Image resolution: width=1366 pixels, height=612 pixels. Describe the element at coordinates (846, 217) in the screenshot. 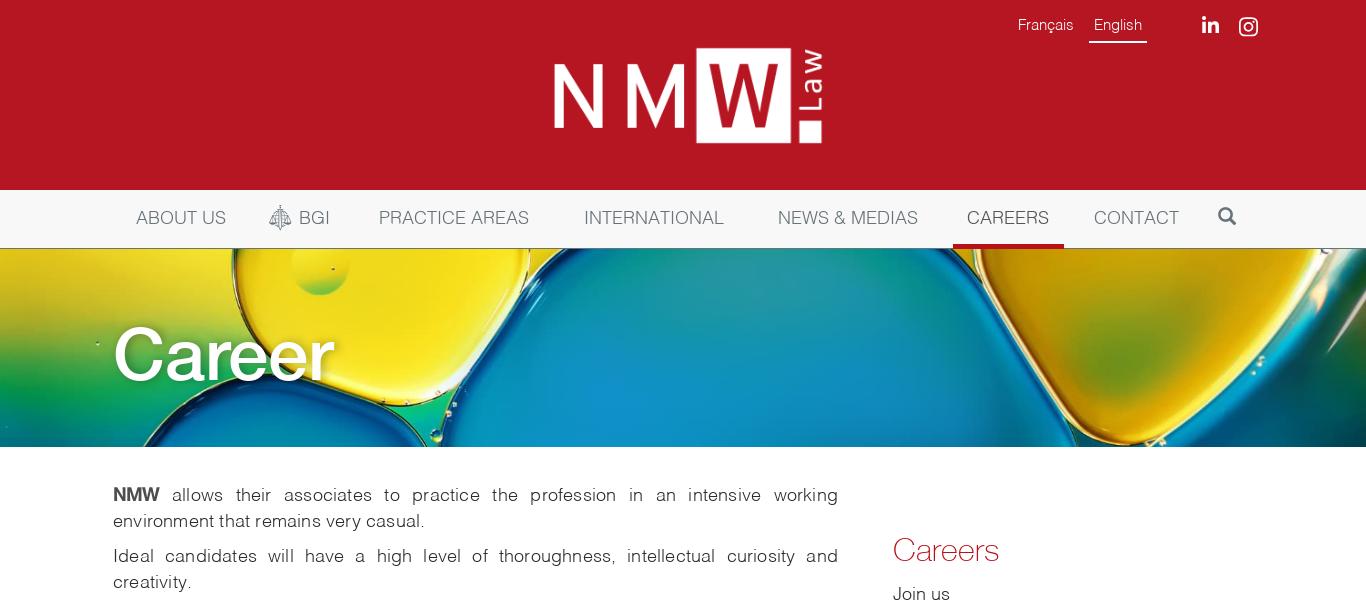

I see `'NEWS & MEDIAS'` at that location.